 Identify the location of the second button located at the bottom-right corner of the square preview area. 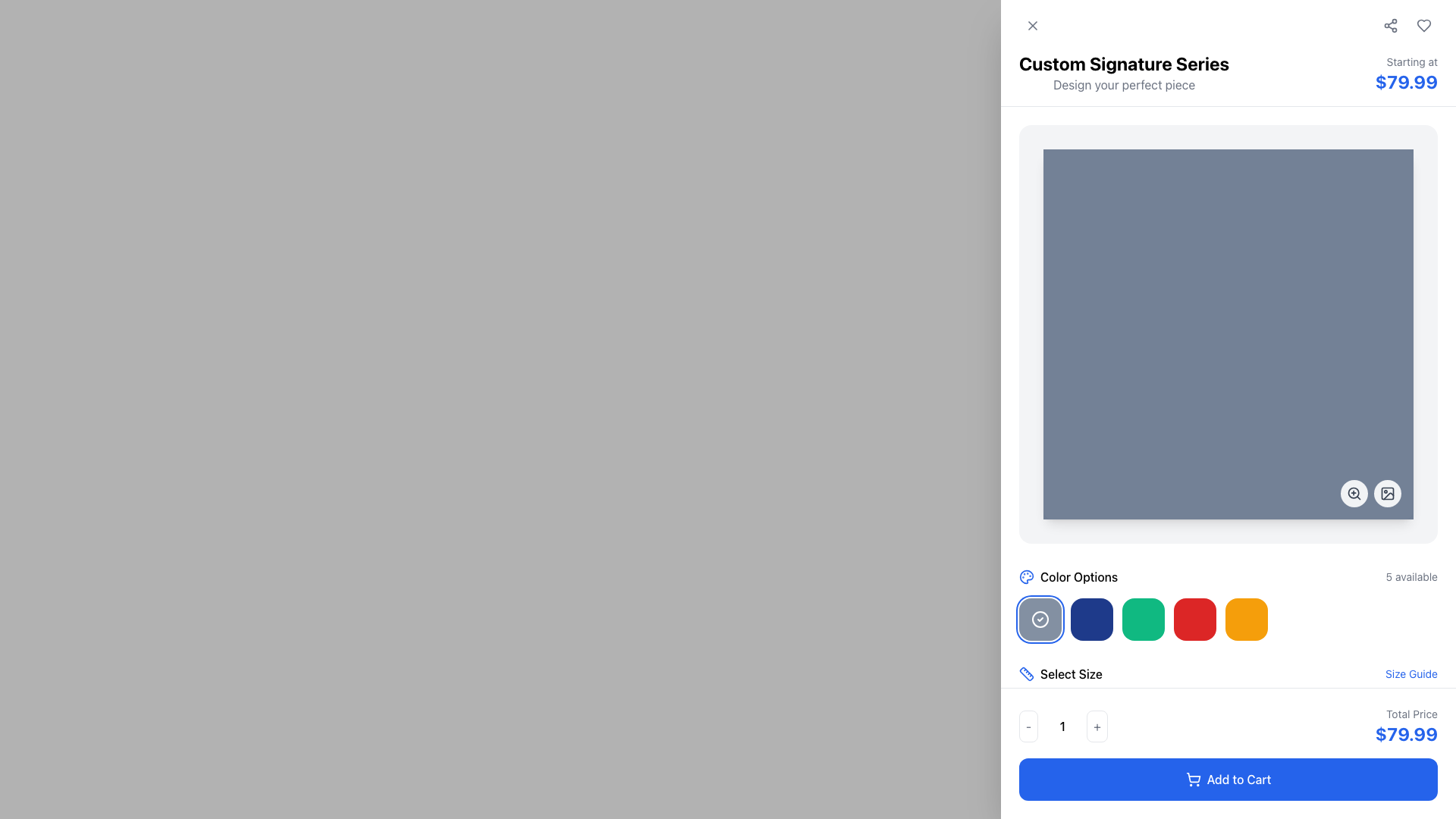
(1371, 494).